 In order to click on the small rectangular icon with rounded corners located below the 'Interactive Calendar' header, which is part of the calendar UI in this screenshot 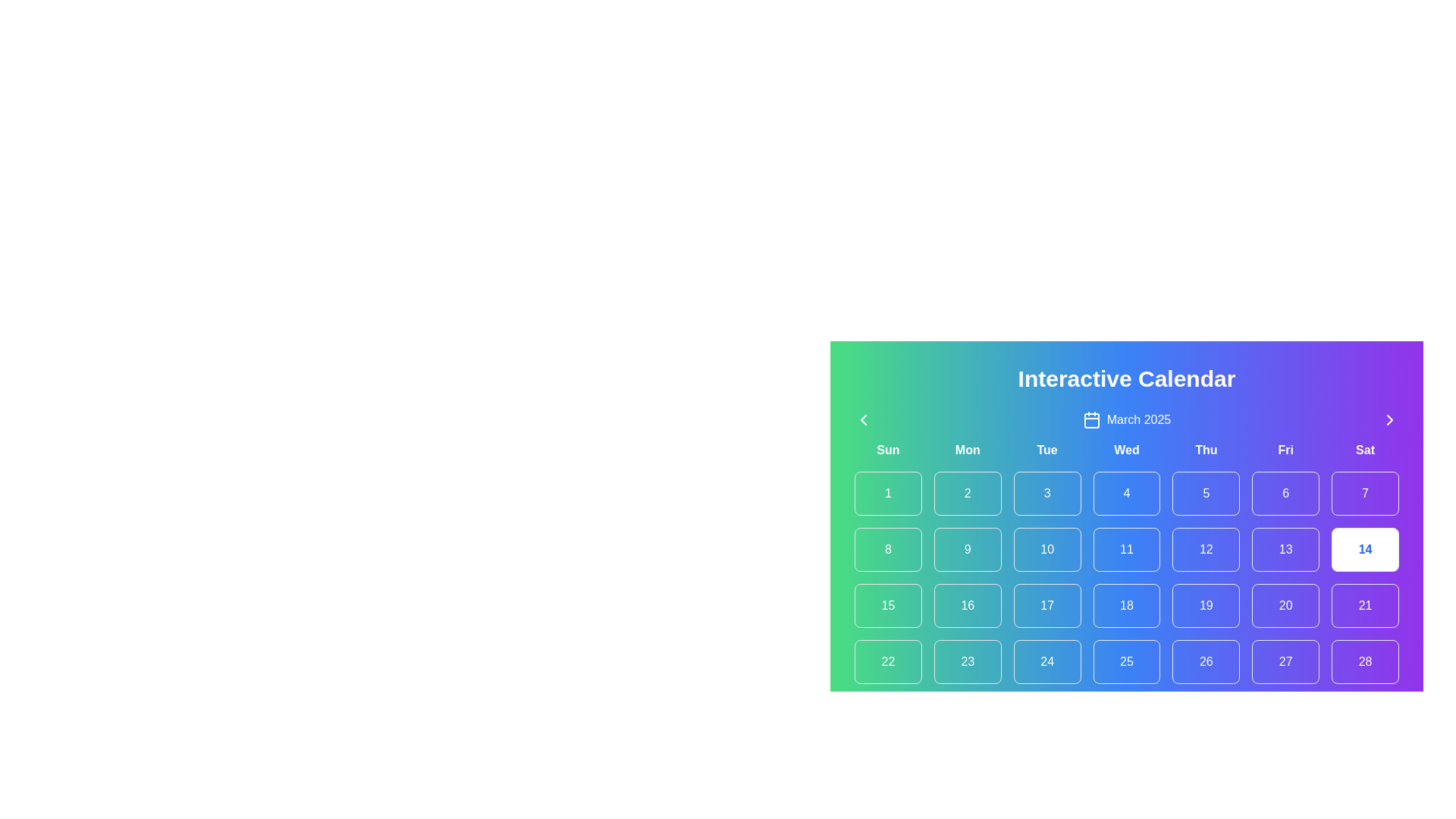, I will do `click(1090, 421)`.